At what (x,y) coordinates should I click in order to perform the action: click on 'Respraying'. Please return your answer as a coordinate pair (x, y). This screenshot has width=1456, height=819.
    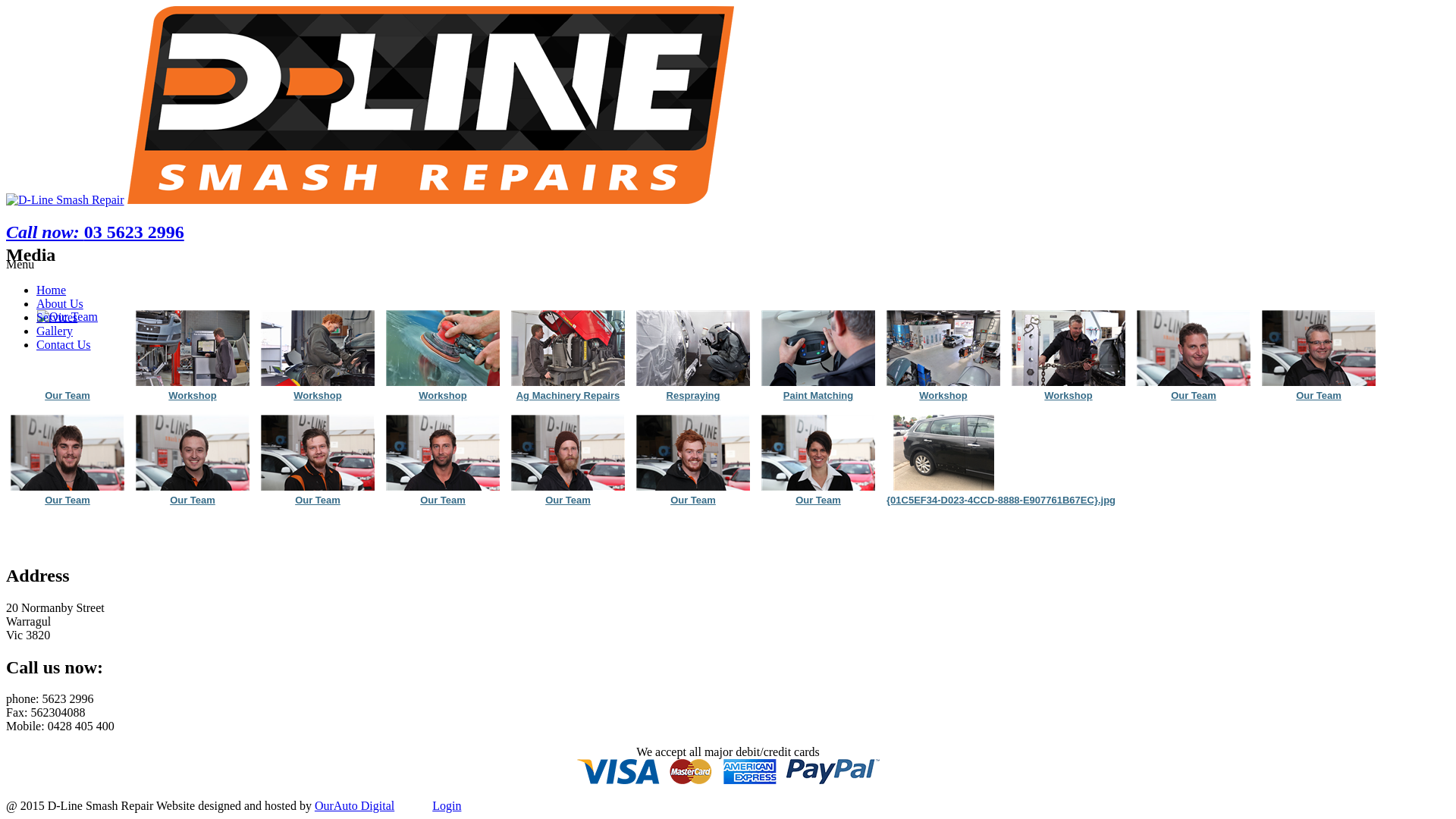
    Looking at the image, I should click on (692, 394).